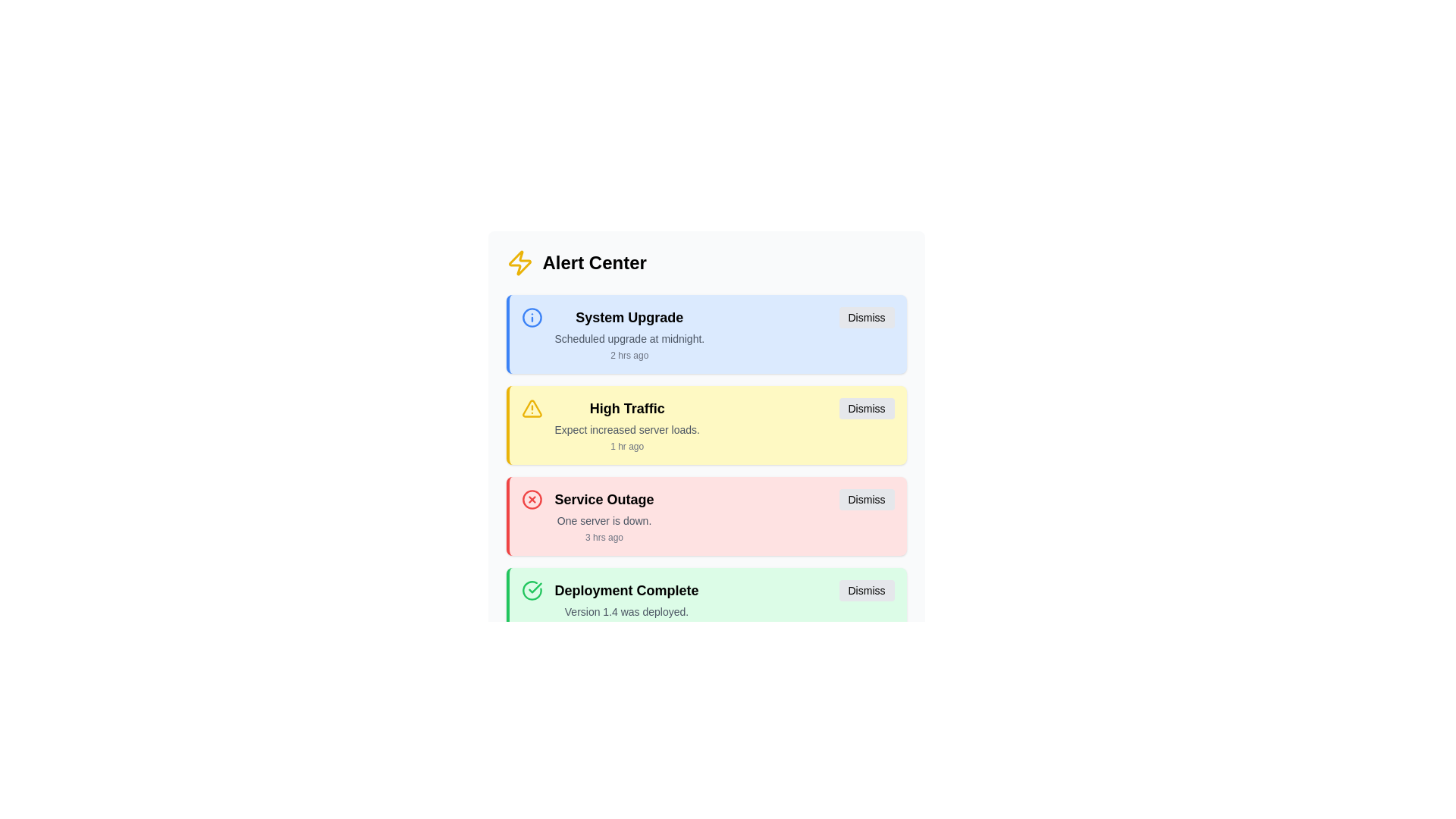 The width and height of the screenshot is (1456, 819). Describe the element at coordinates (532, 408) in the screenshot. I see `the triangle icon with rounded edges, styled with a yellow border and a yellow alert mark inside, located within the 'High Traffic' notification card in the second row of the alert list` at that location.